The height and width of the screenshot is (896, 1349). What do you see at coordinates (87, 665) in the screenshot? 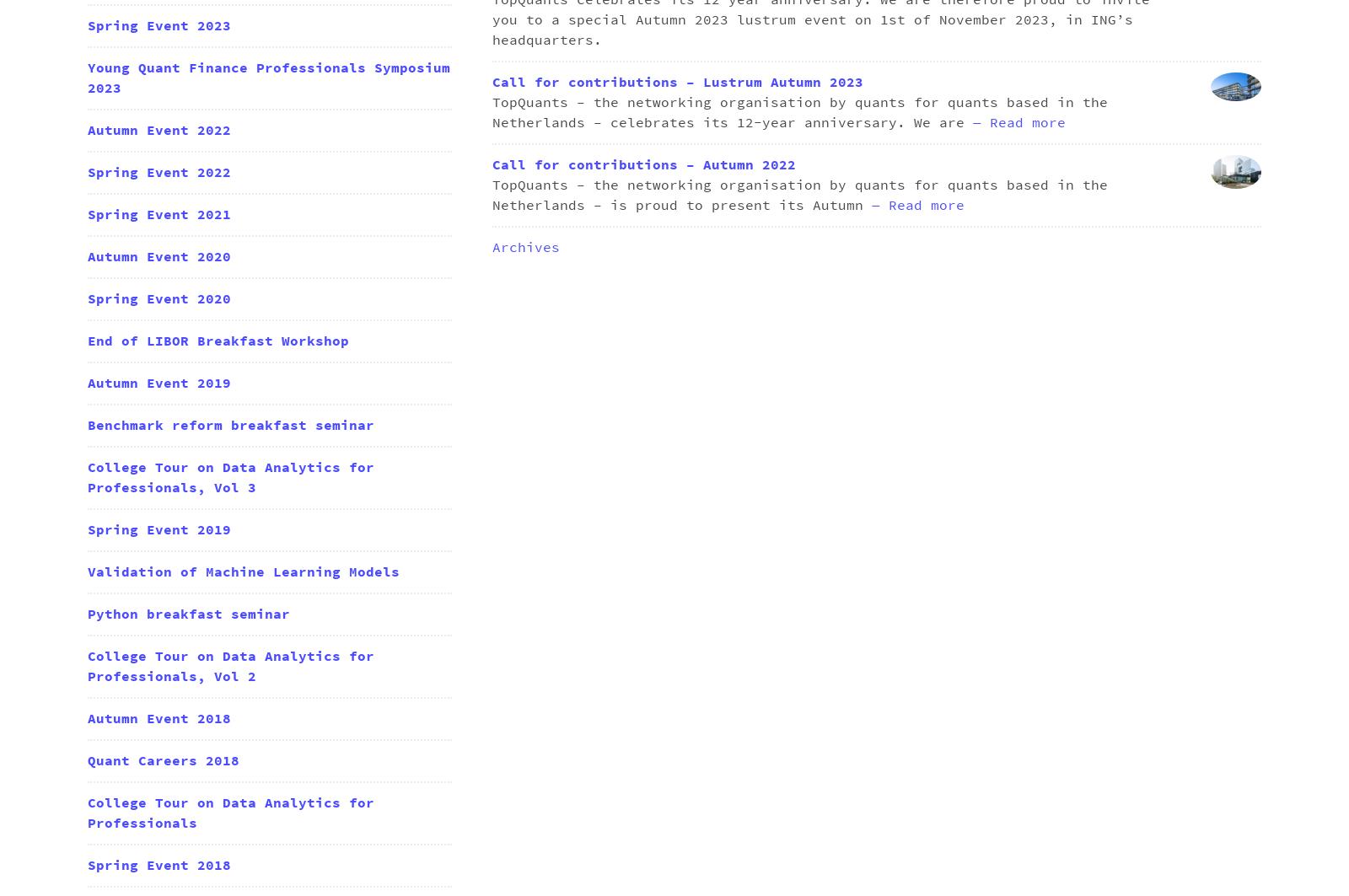
I see `'College Tour on Data Analytics for Professionals, Vol 2'` at bounding box center [87, 665].